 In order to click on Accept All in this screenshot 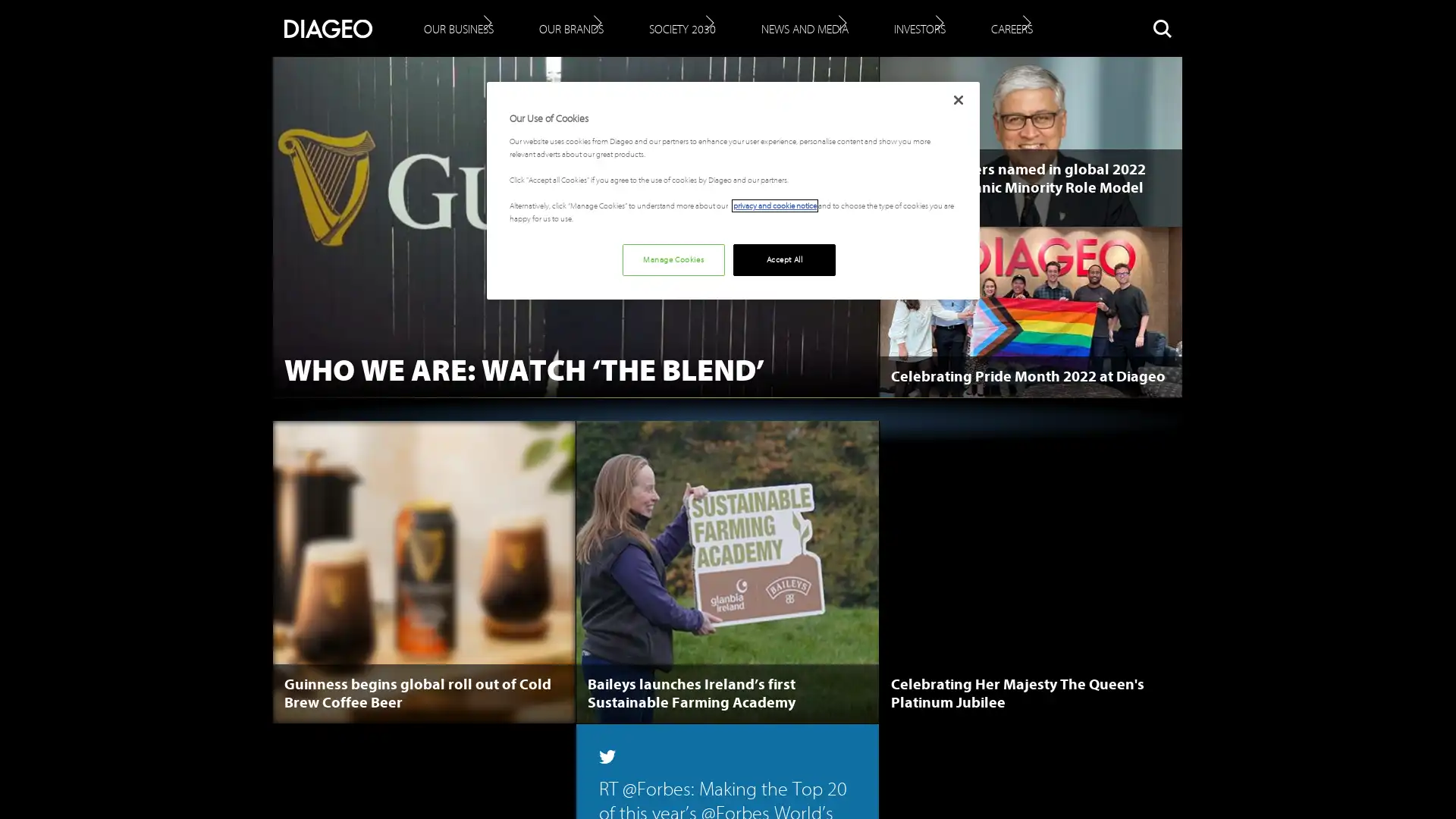, I will do `click(784, 259)`.